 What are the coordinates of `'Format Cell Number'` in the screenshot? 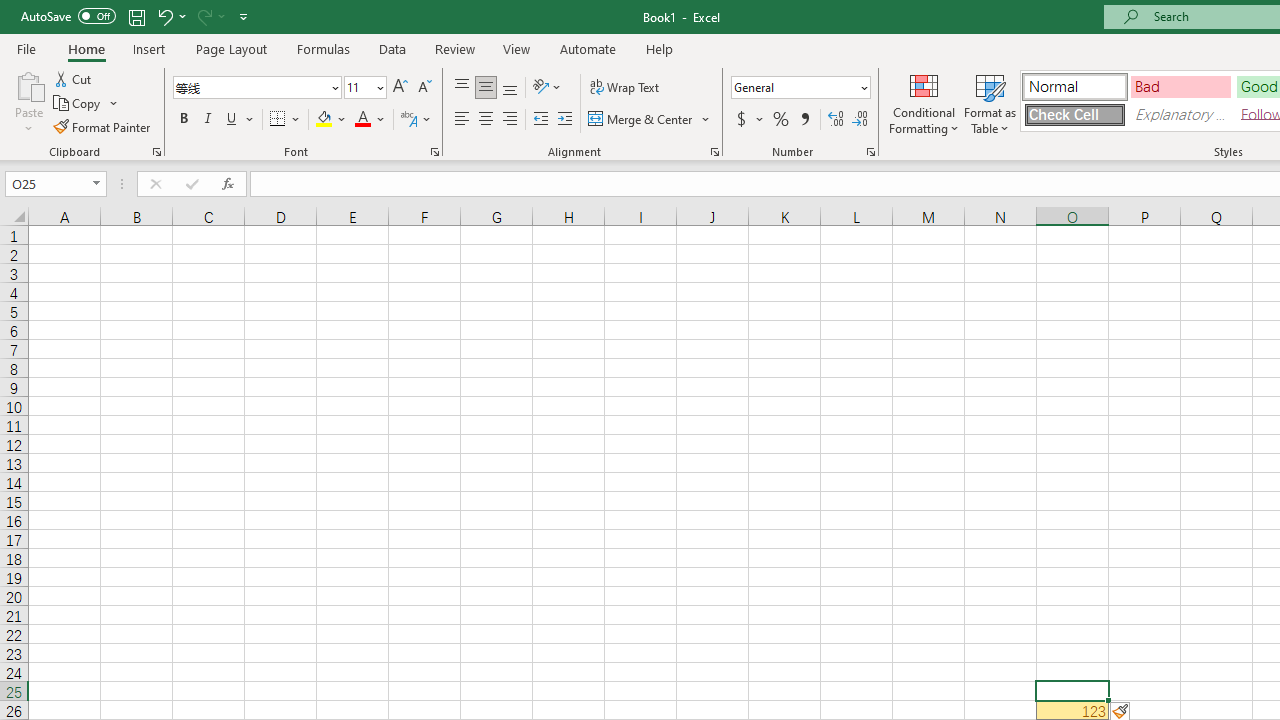 It's located at (871, 150).